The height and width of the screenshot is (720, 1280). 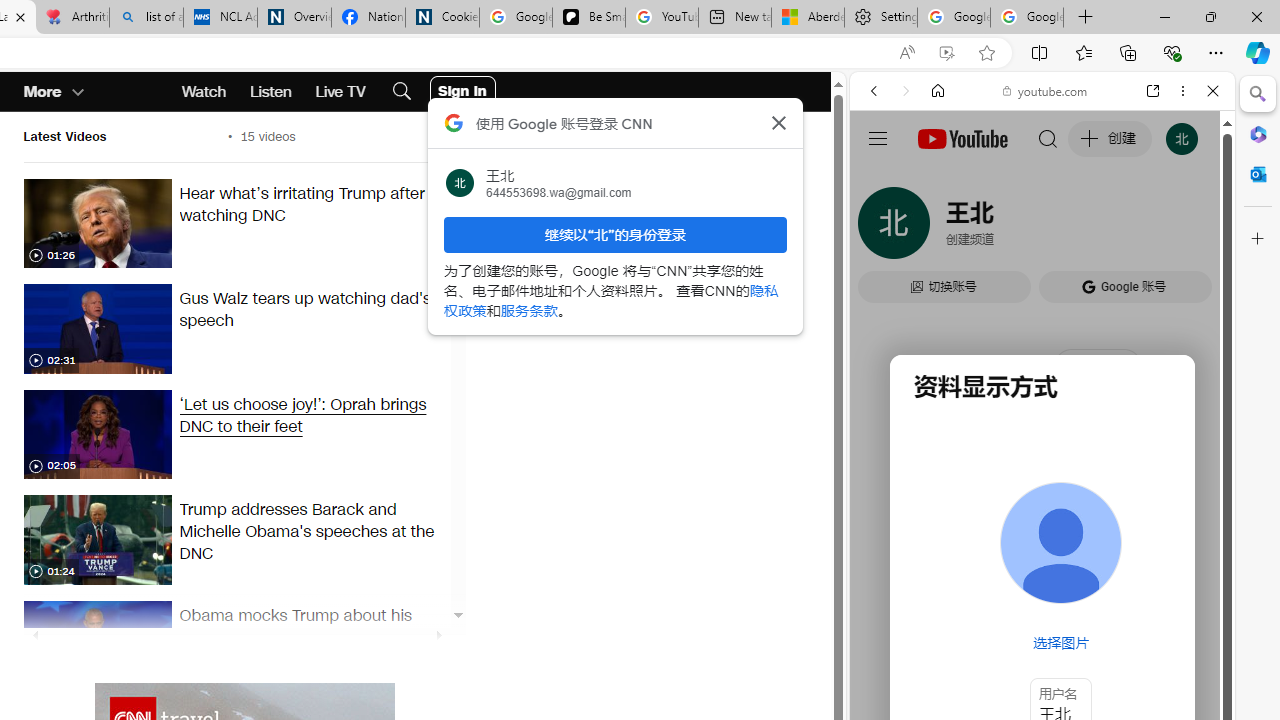 What do you see at coordinates (461, 92) in the screenshot?
I see `'User Account Log In Button'` at bounding box center [461, 92].